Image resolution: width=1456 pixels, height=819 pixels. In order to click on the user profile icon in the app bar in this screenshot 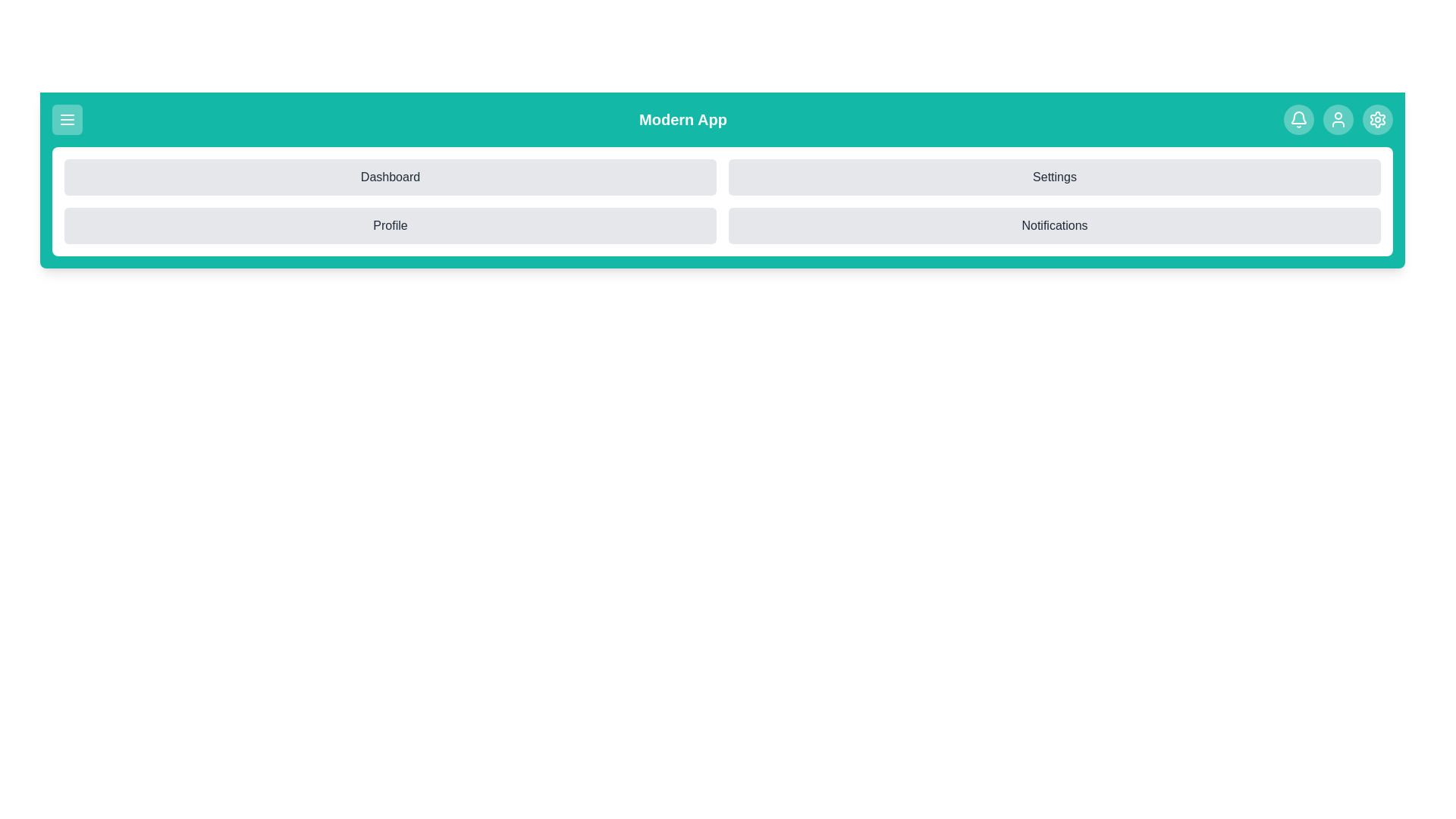, I will do `click(1338, 119)`.